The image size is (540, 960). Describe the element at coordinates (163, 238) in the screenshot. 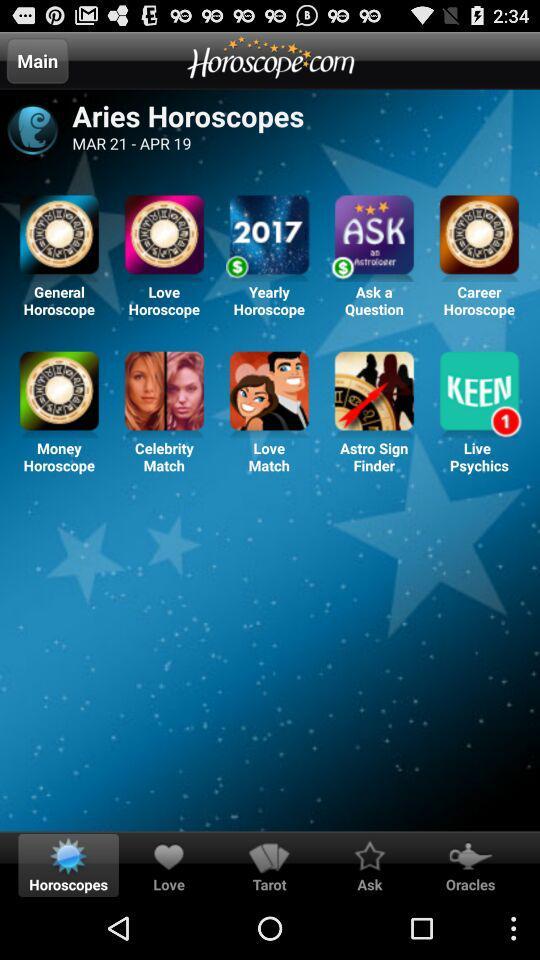

I see `love horoscope option` at that location.